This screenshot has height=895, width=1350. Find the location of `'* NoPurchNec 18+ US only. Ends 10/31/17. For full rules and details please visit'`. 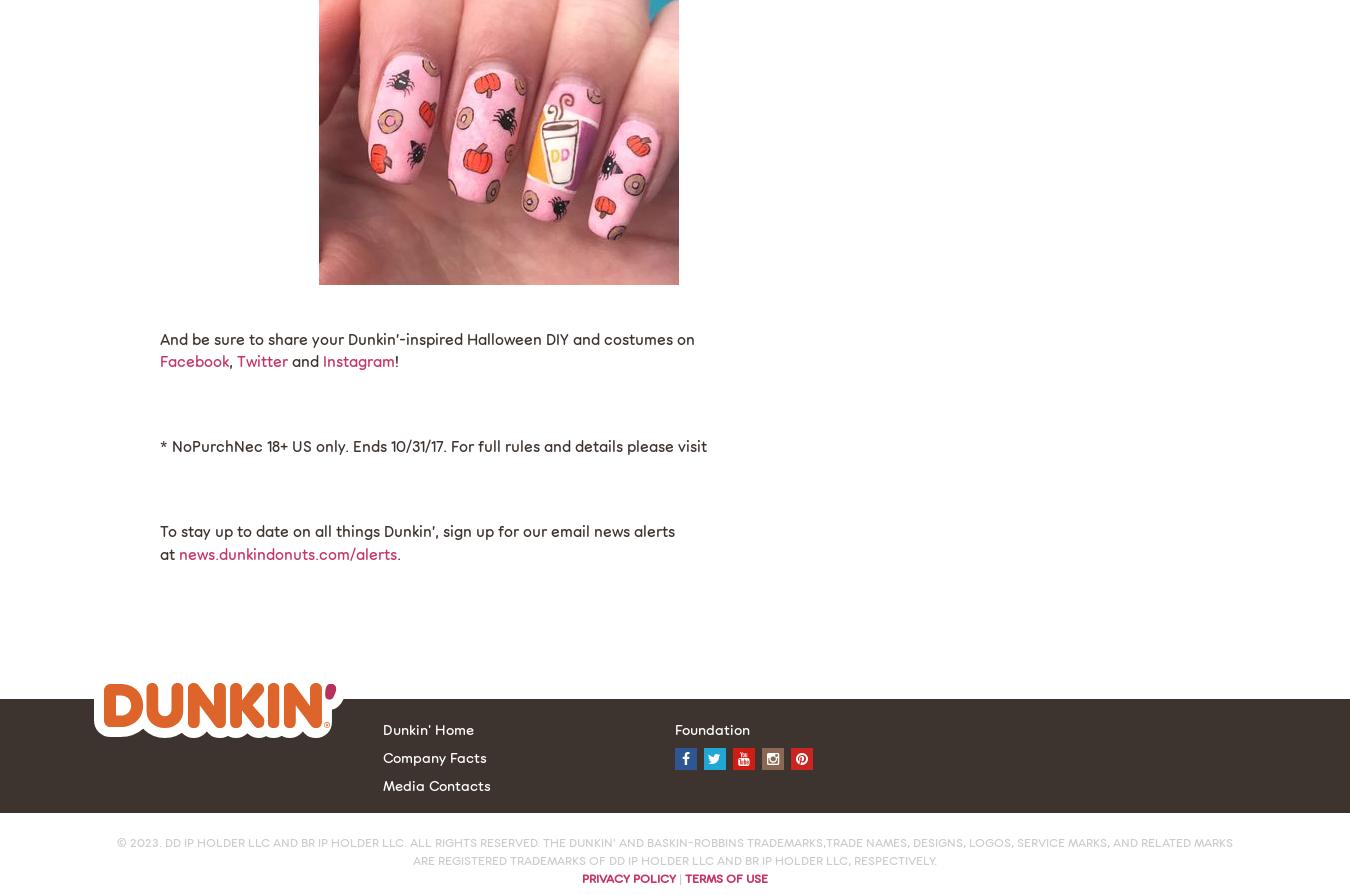

'* NoPurchNec 18+ US only. Ends 10/31/17. For full rules and details please visit' is located at coordinates (159, 445).